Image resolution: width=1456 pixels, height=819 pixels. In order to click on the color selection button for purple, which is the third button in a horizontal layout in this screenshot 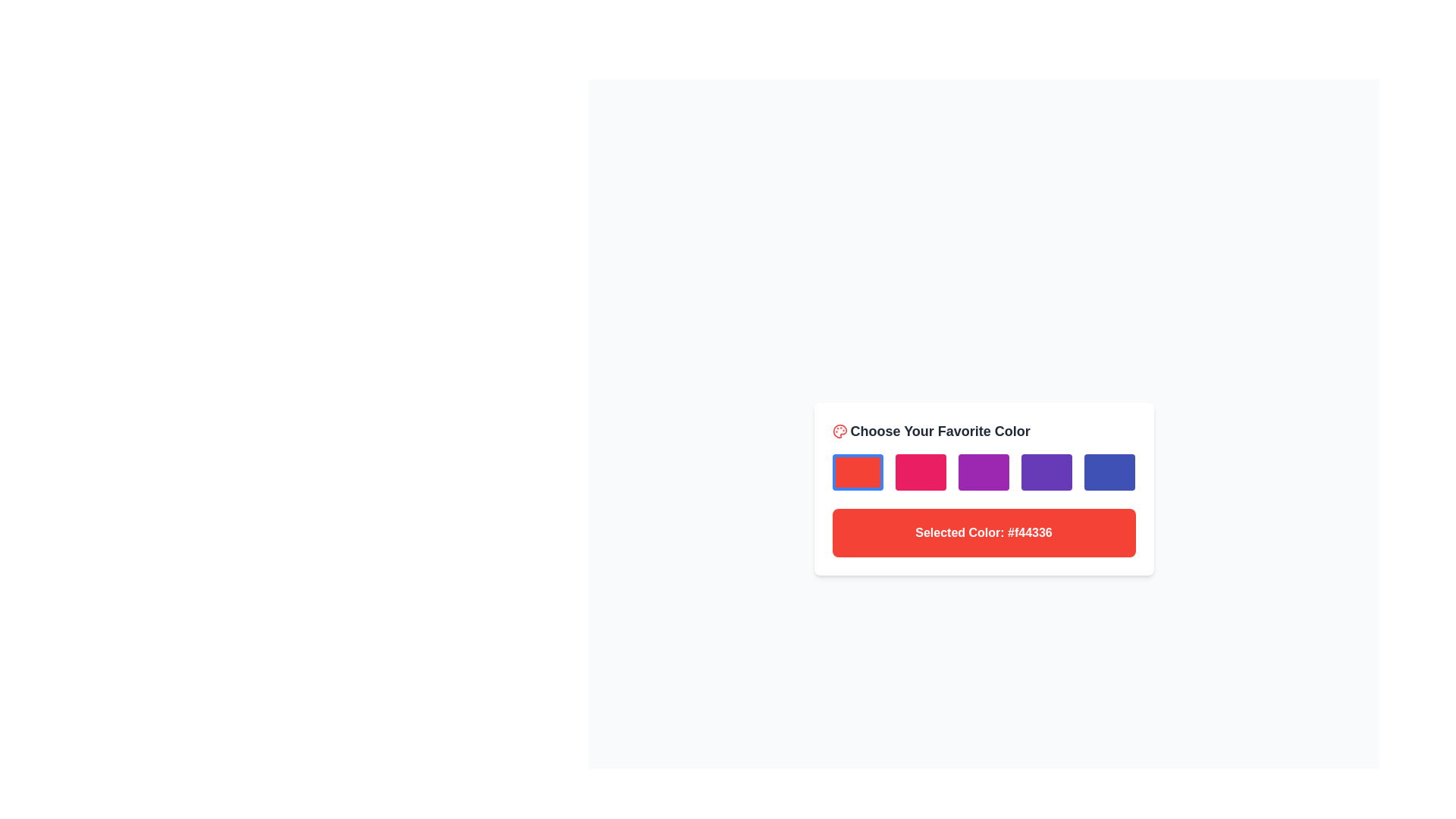, I will do `click(984, 472)`.